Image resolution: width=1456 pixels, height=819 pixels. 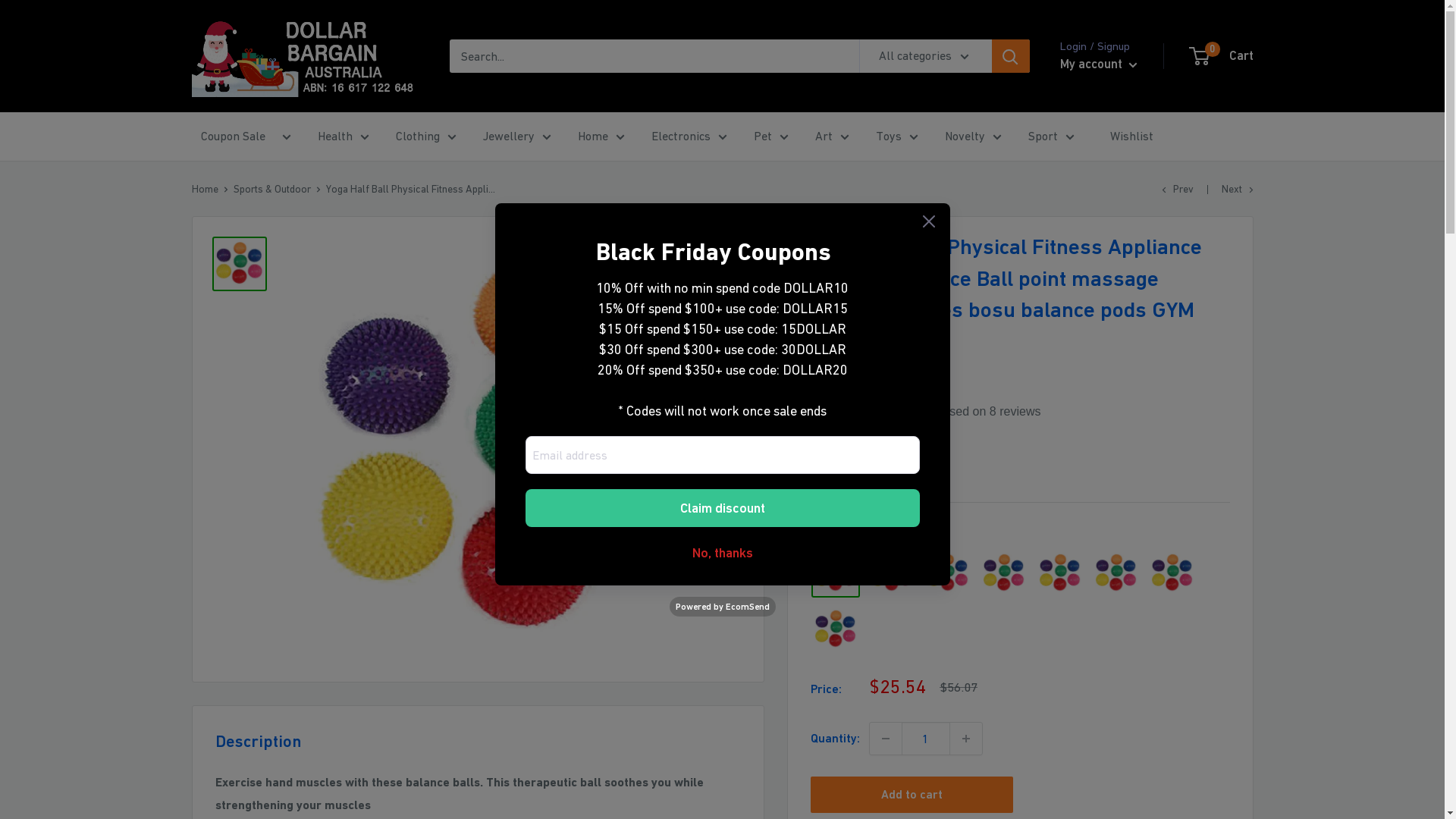 What do you see at coordinates (896, 136) in the screenshot?
I see `'Toys'` at bounding box center [896, 136].